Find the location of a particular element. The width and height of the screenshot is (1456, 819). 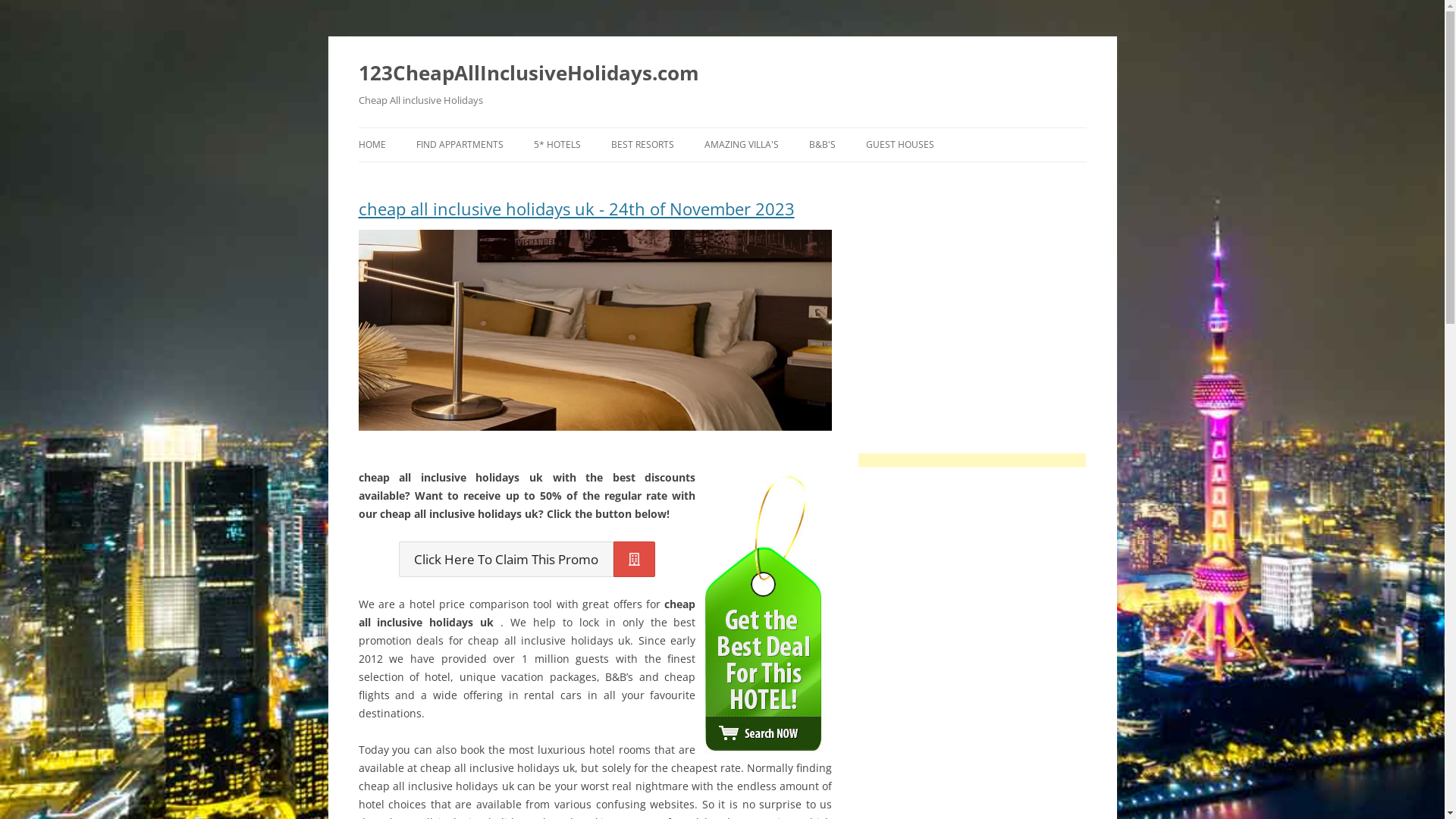

'5* HOTELS' is located at coordinates (556, 145).